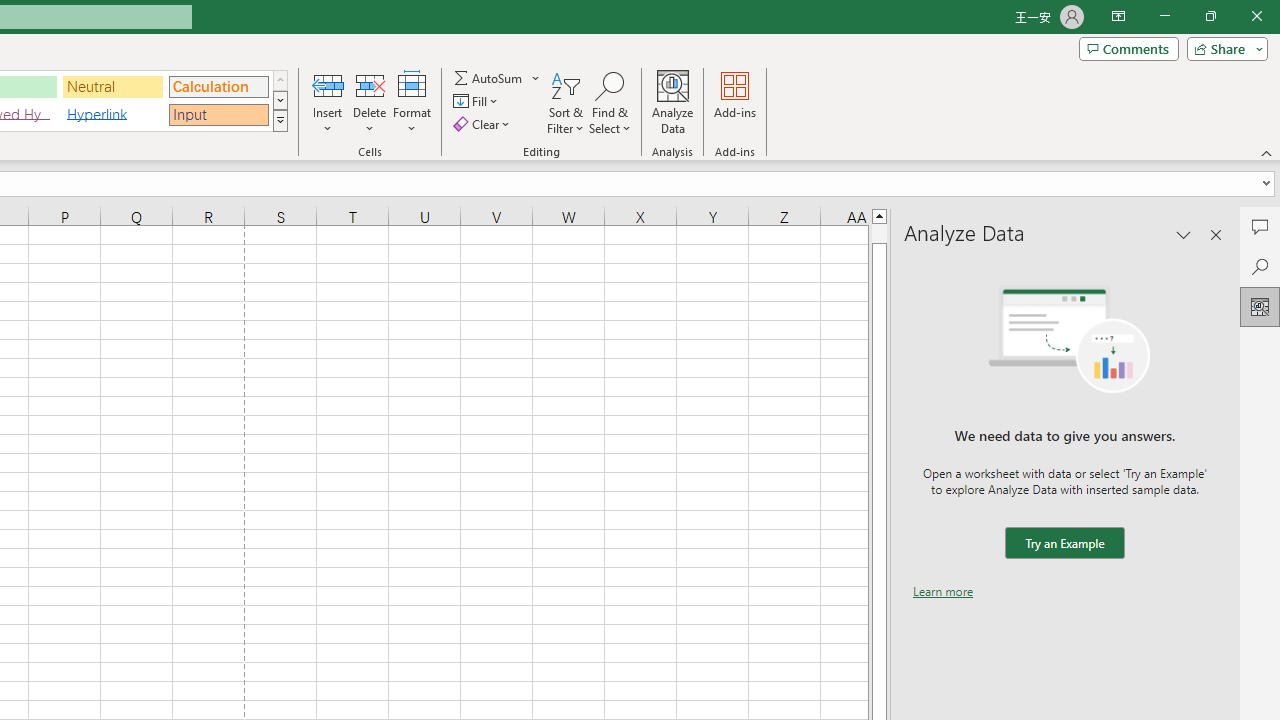  I want to click on 'AutoSum', so click(497, 77).